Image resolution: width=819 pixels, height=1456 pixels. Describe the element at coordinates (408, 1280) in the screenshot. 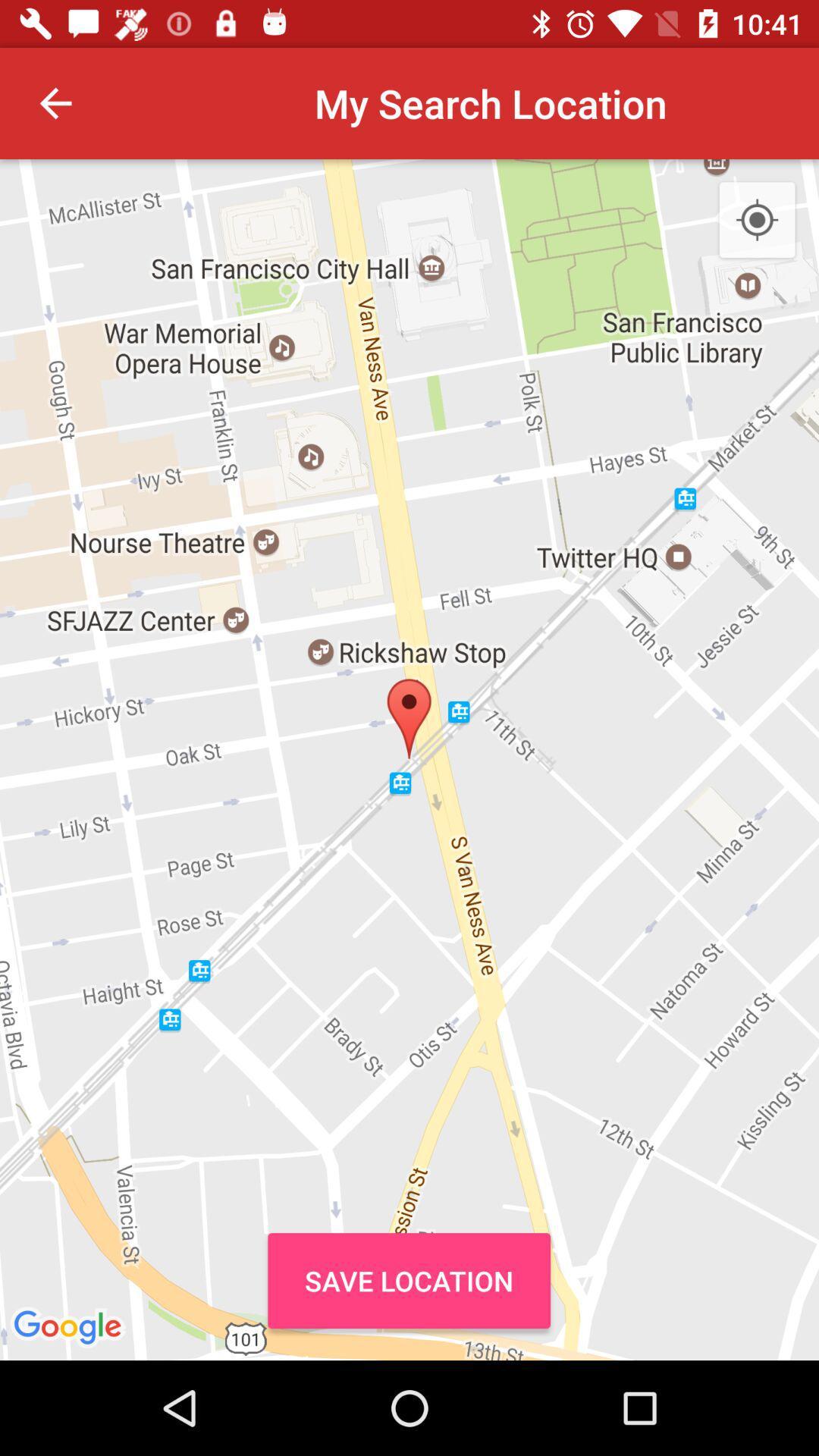

I see `the save location` at that location.